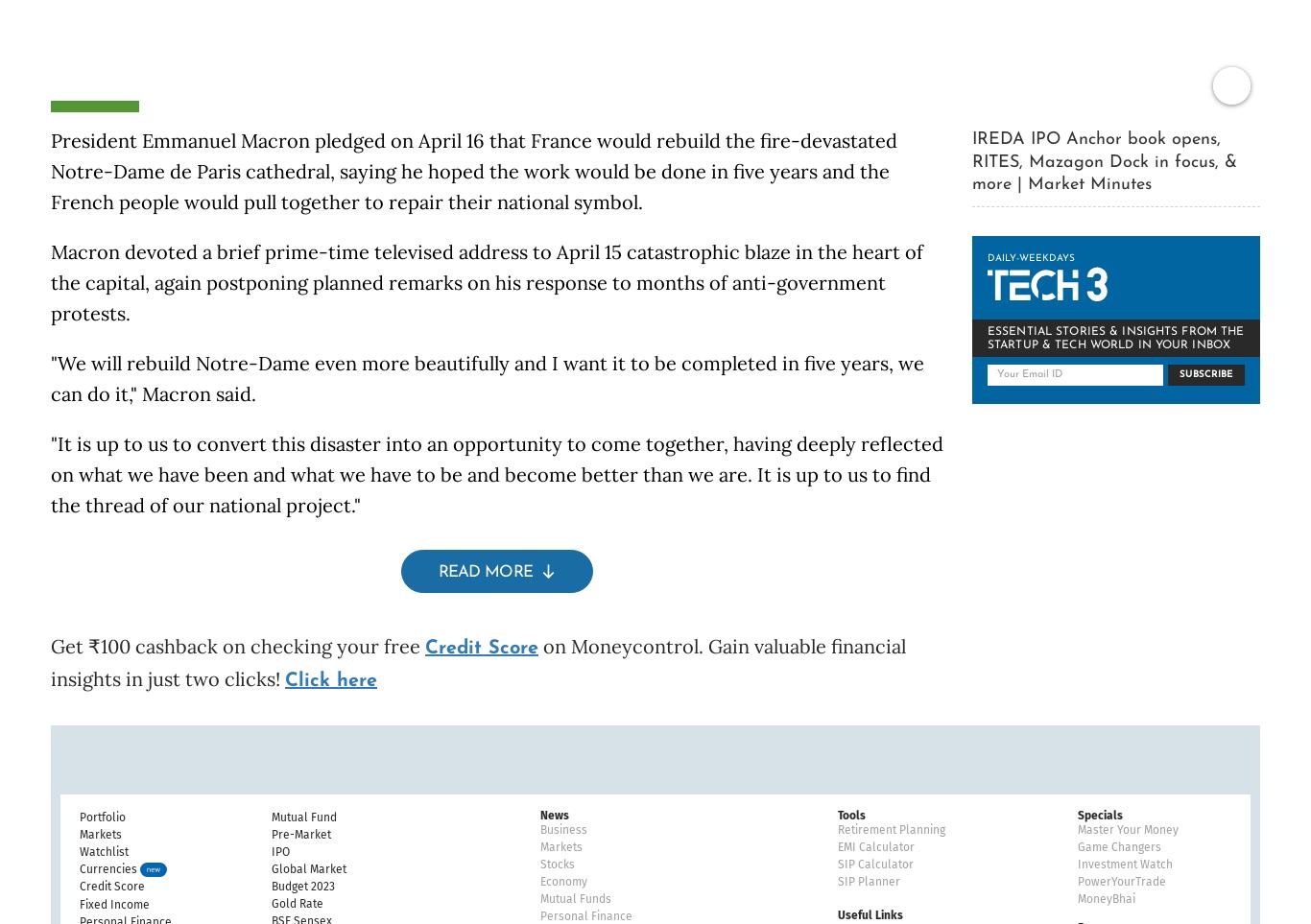 The height and width of the screenshot is (924, 1311). I want to click on 'ESSENTIAL STORIES & INSIGHTS FROM THE STARTUP & TECH WORLD IN YOUR INBOX', so click(1115, 310).